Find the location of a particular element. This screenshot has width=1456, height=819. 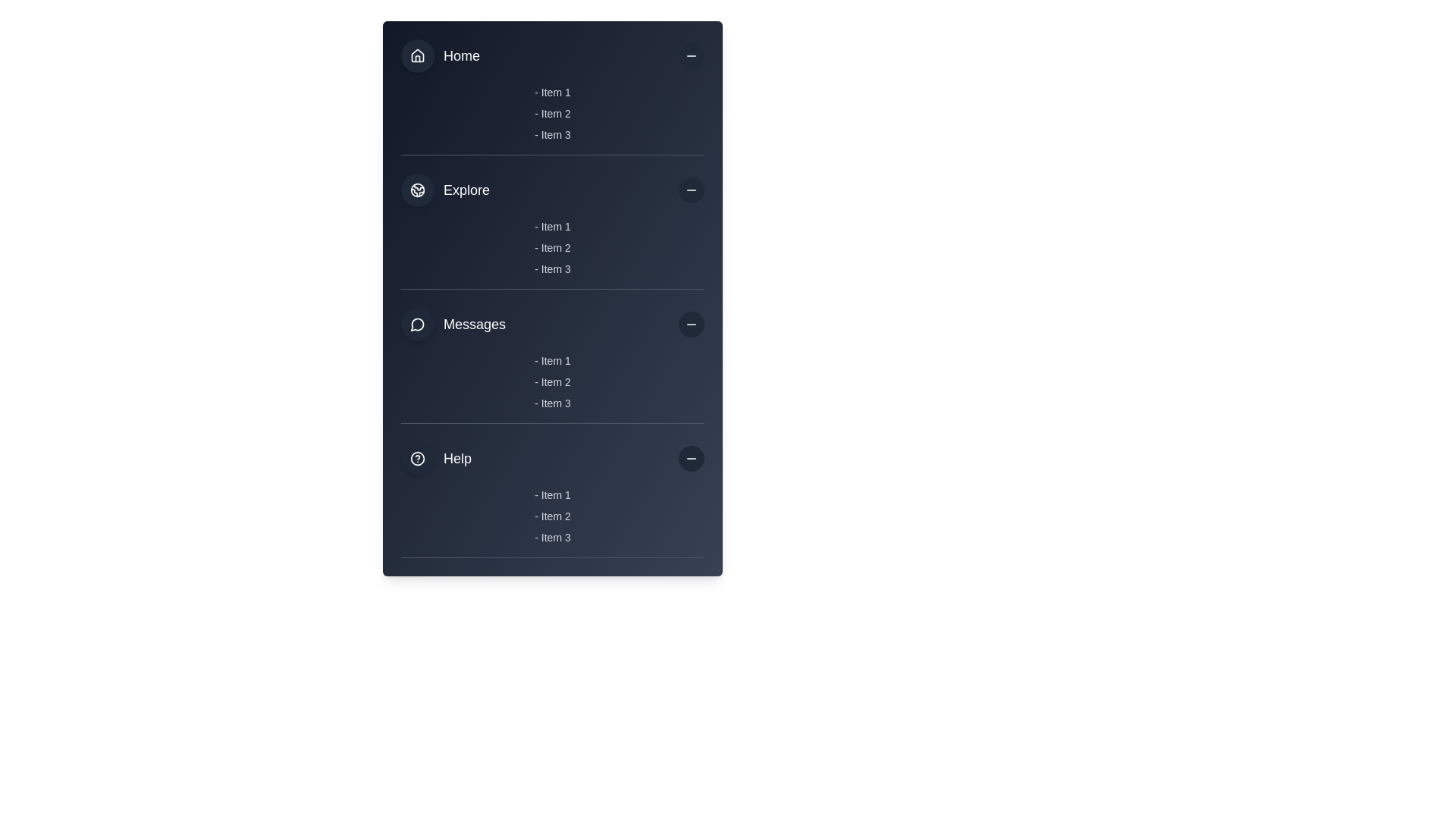

the circular speech bubble outline icon located in the top-left corner of the 'Messages' section of the vertical navigation bar is located at coordinates (418, 324).